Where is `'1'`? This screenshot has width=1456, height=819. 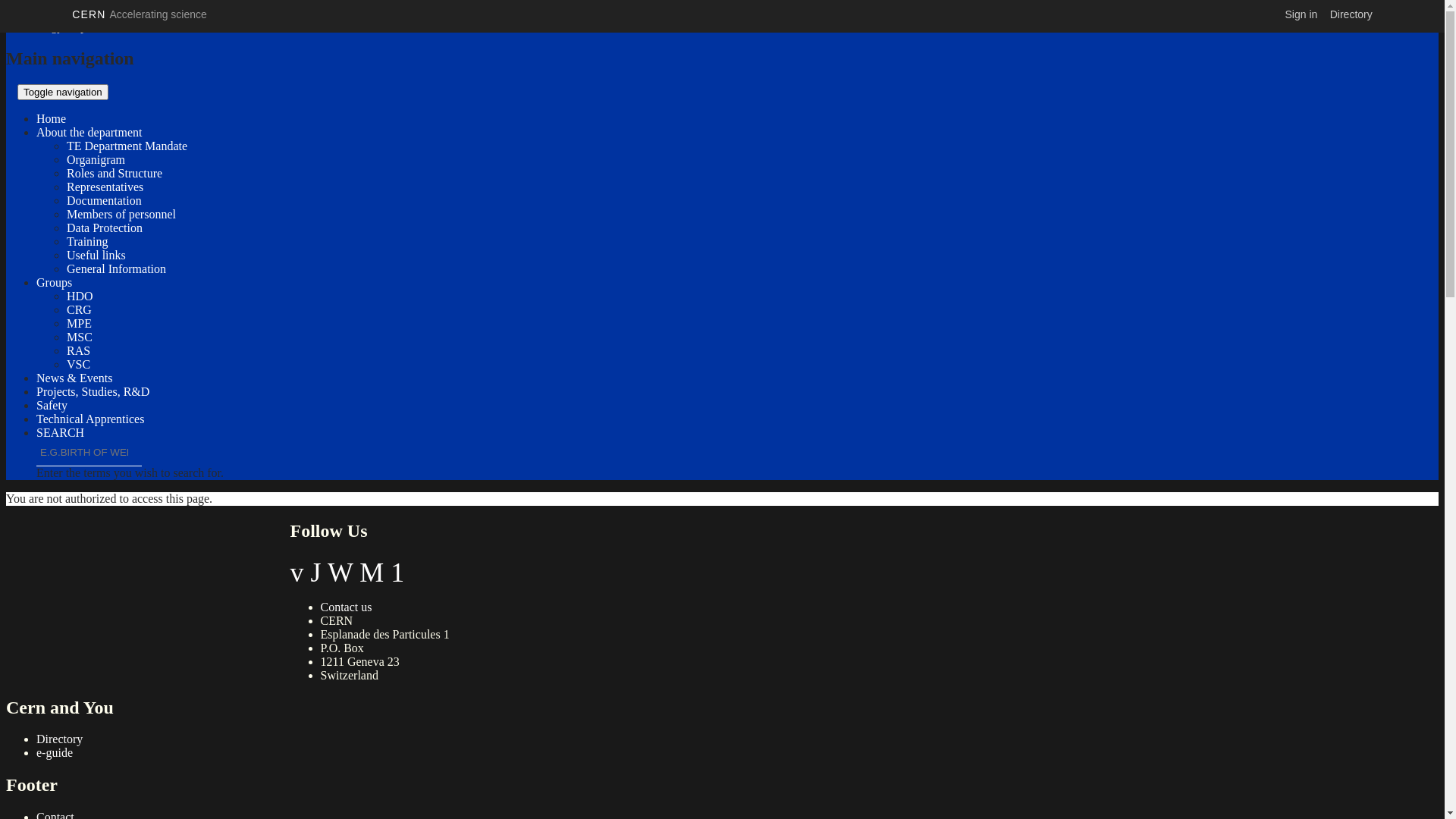 '1' is located at coordinates (390, 573).